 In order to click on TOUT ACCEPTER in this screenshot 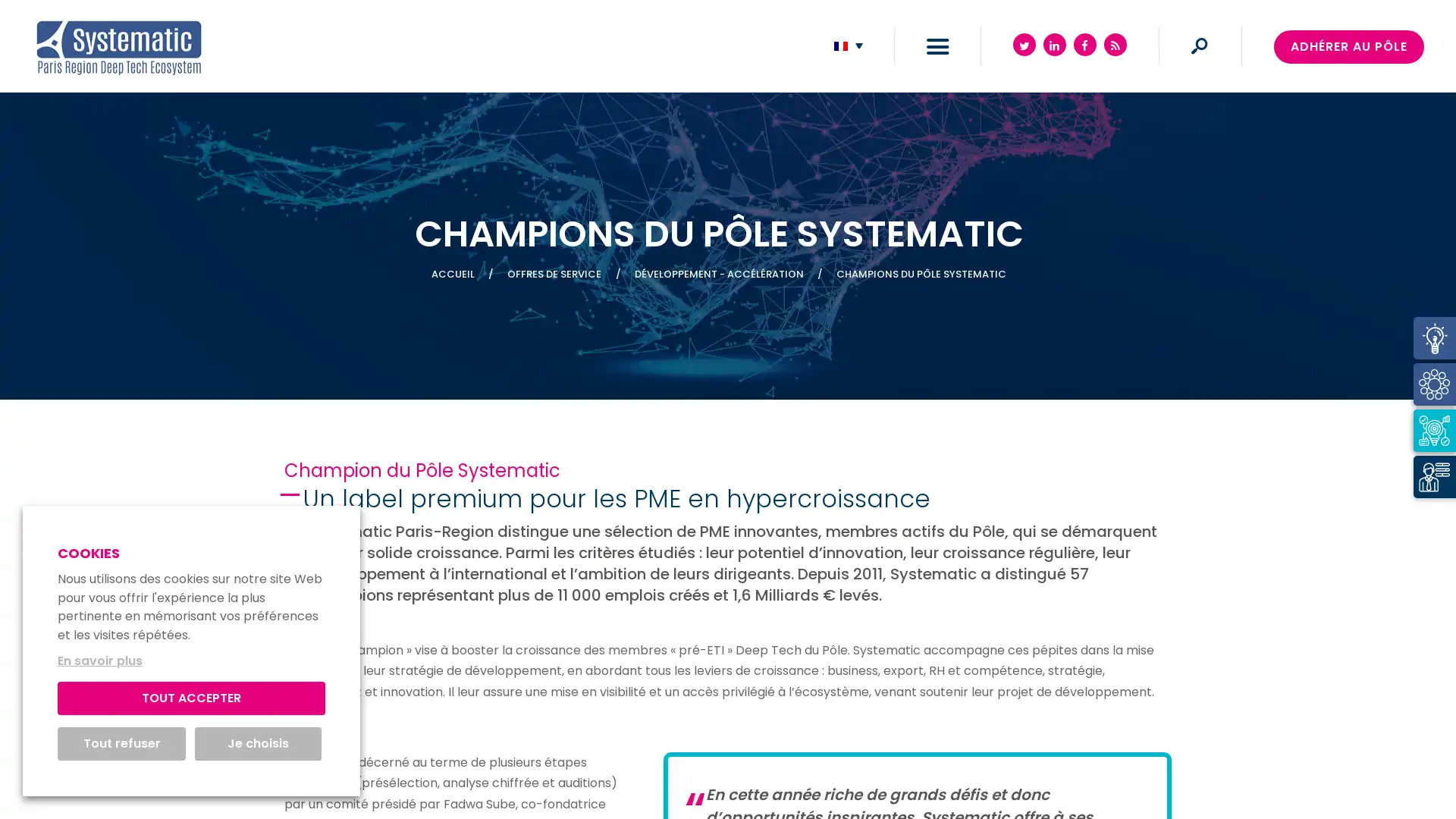, I will do `click(190, 698)`.